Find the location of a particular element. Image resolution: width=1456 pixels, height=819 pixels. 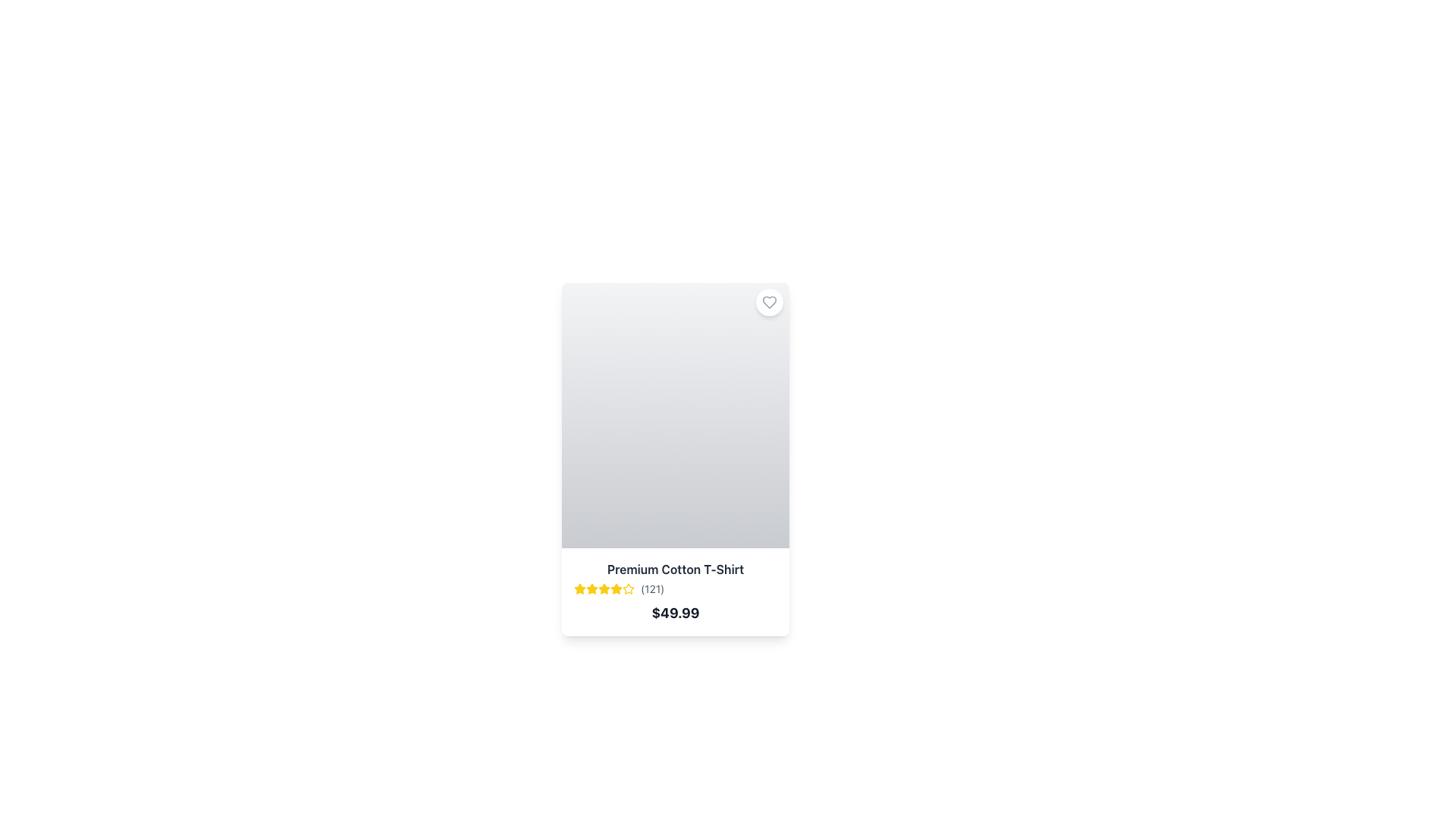

the fourth star-shaped icon in a row of five stars, which is bright yellow and located below the product's title in the card layout is located at coordinates (603, 588).